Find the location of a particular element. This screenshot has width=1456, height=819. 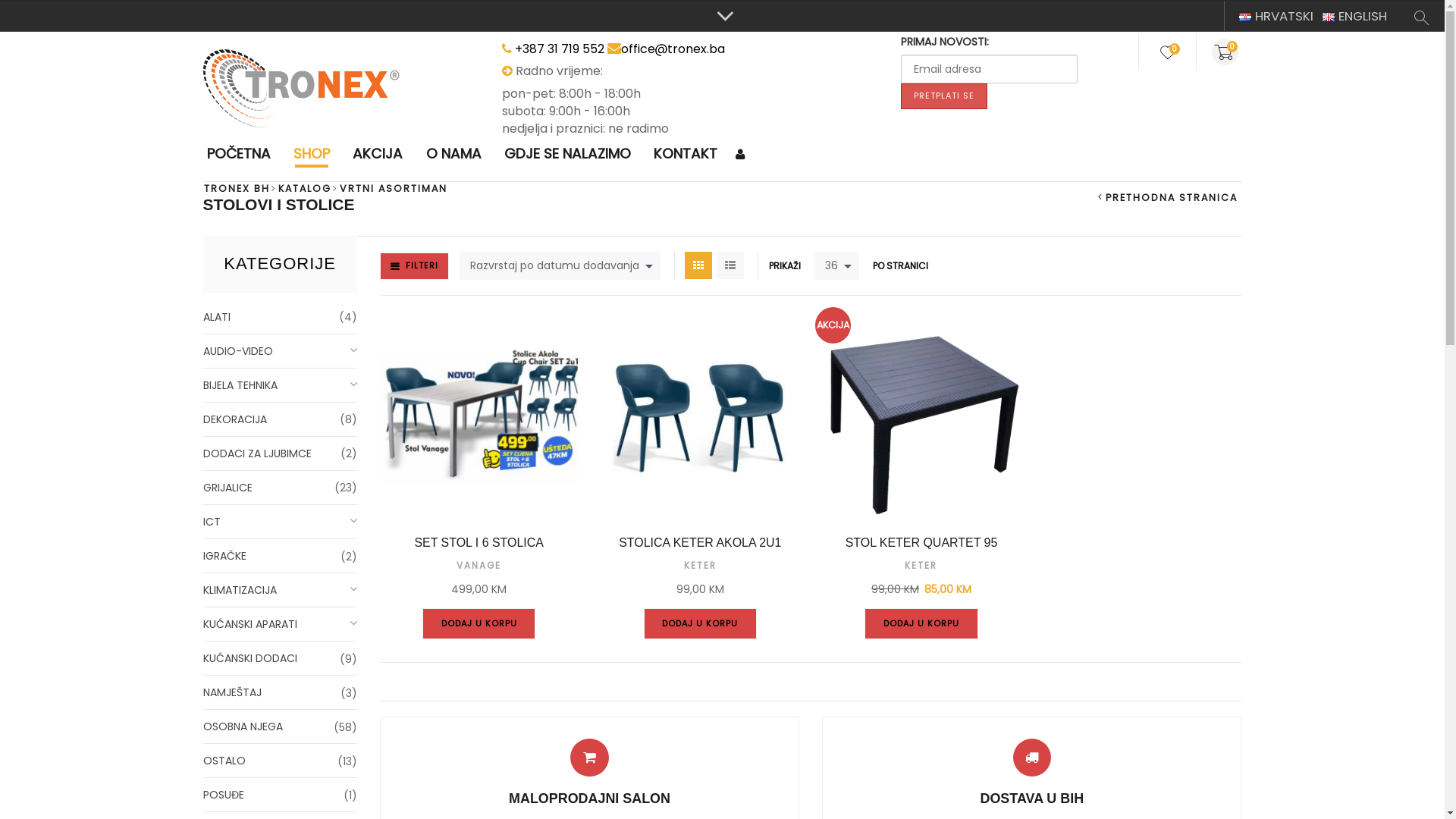

'AUDIO-VIDEO' is located at coordinates (202, 351).